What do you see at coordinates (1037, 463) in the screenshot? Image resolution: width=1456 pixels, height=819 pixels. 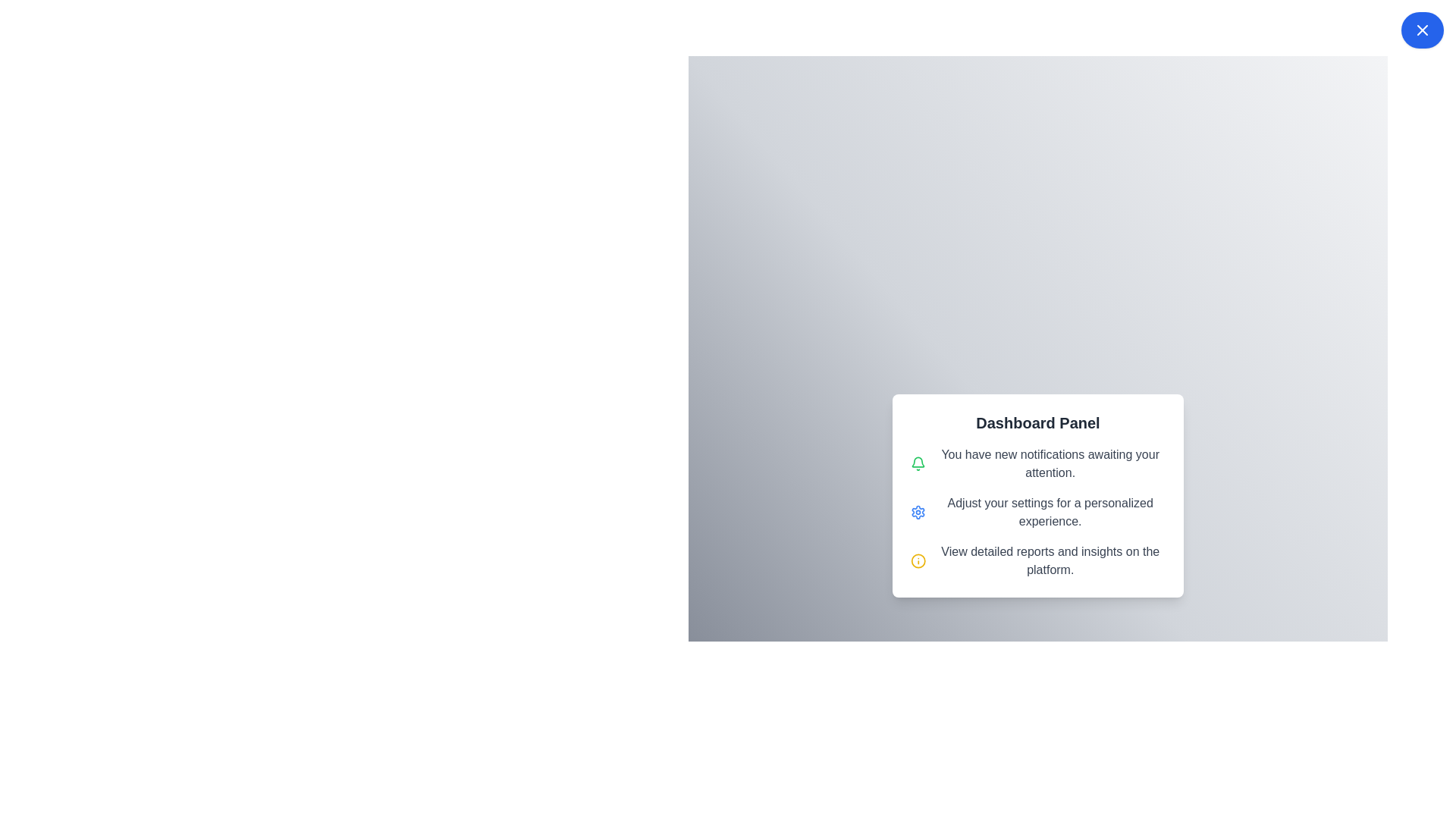 I see `notification text from the Notification Indicator that displays 'You have new notifications awaiting your attention' located under the 'Dashboard Panel'` at bounding box center [1037, 463].